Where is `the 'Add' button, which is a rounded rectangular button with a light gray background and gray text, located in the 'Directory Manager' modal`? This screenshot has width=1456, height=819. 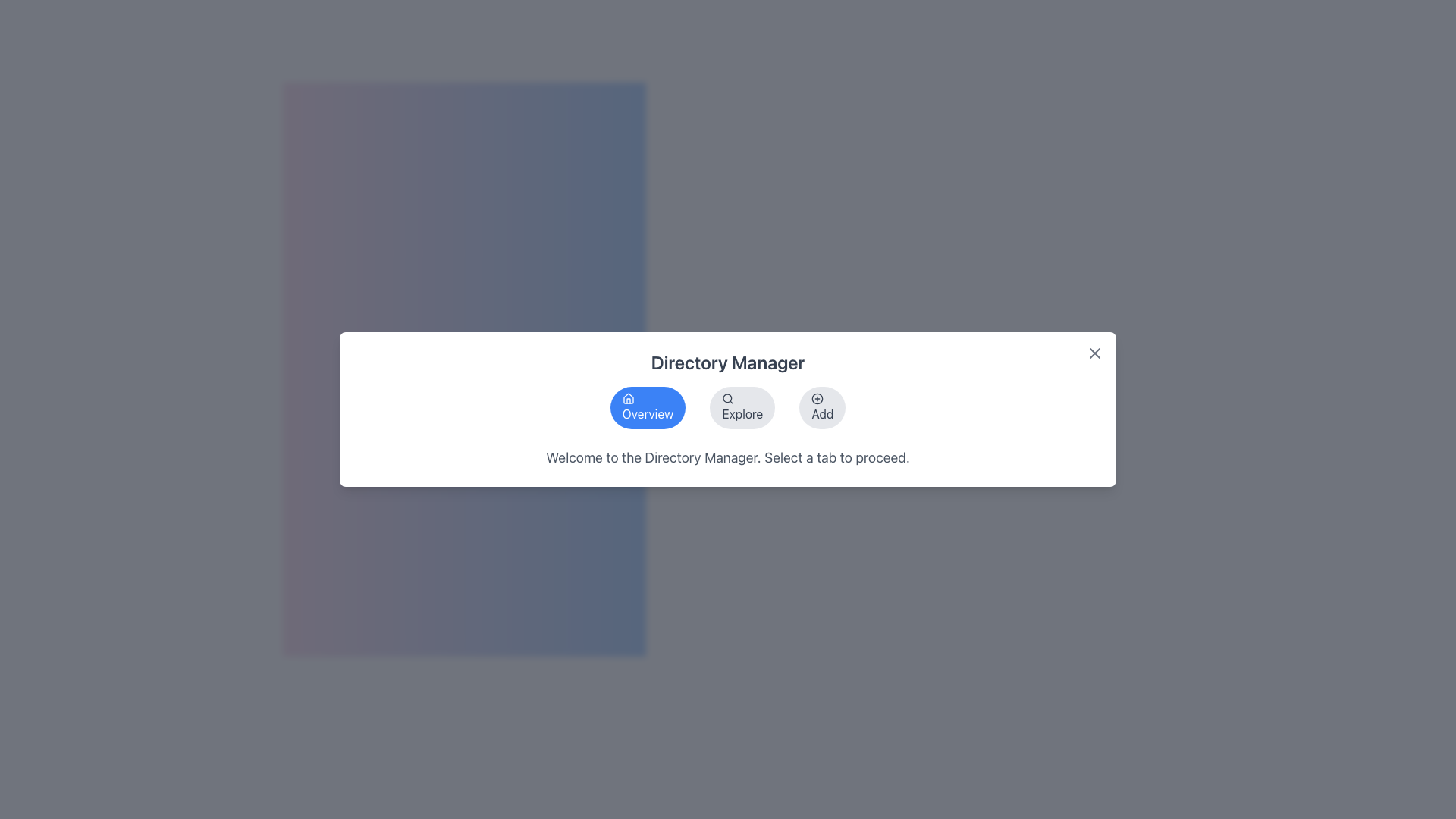
the 'Add' button, which is a rounded rectangular button with a light gray background and gray text, located in the 'Directory Manager' modal is located at coordinates (821, 406).